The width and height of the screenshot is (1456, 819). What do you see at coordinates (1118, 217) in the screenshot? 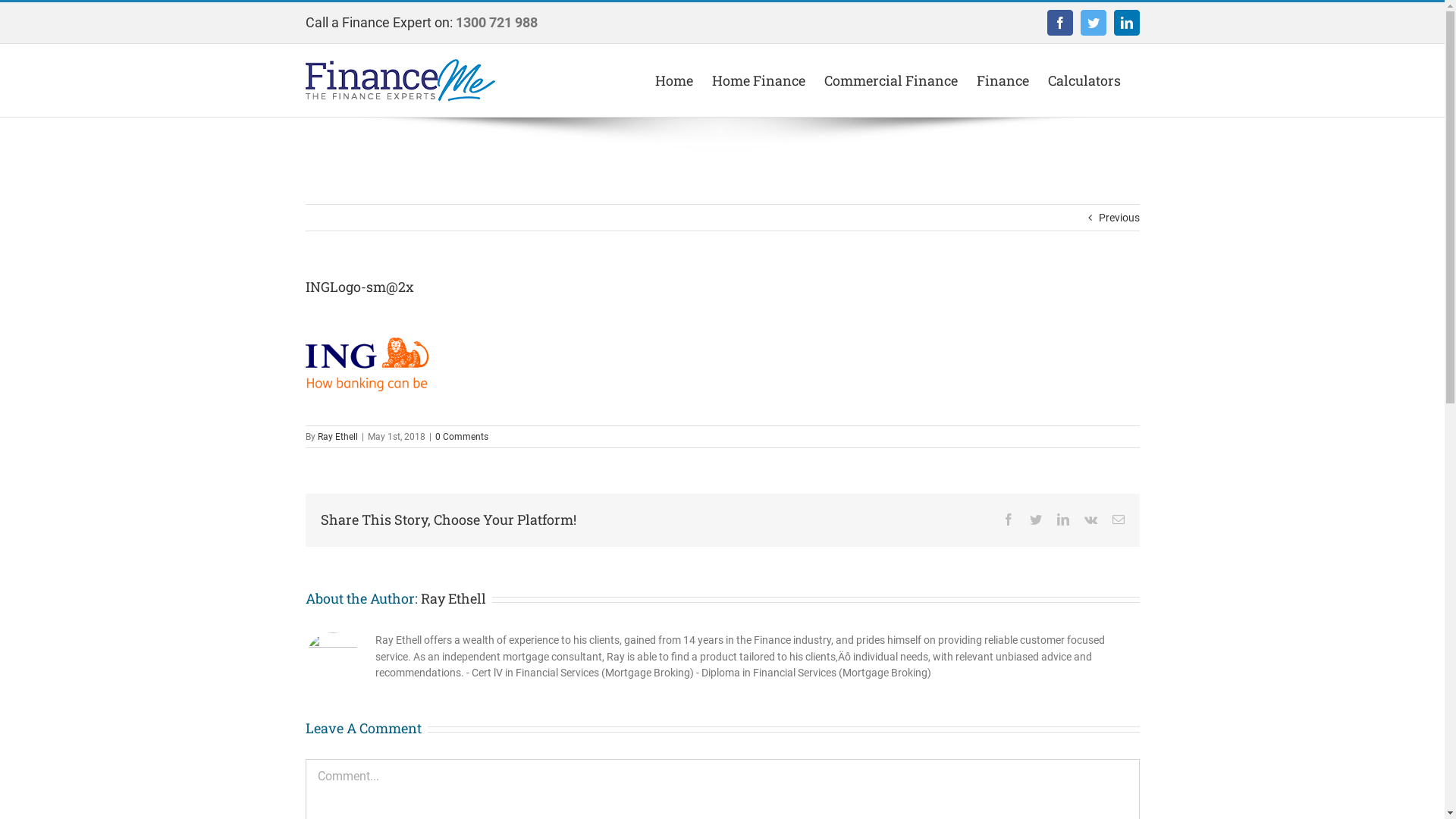
I see `'Previous'` at bounding box center [1118, 217].